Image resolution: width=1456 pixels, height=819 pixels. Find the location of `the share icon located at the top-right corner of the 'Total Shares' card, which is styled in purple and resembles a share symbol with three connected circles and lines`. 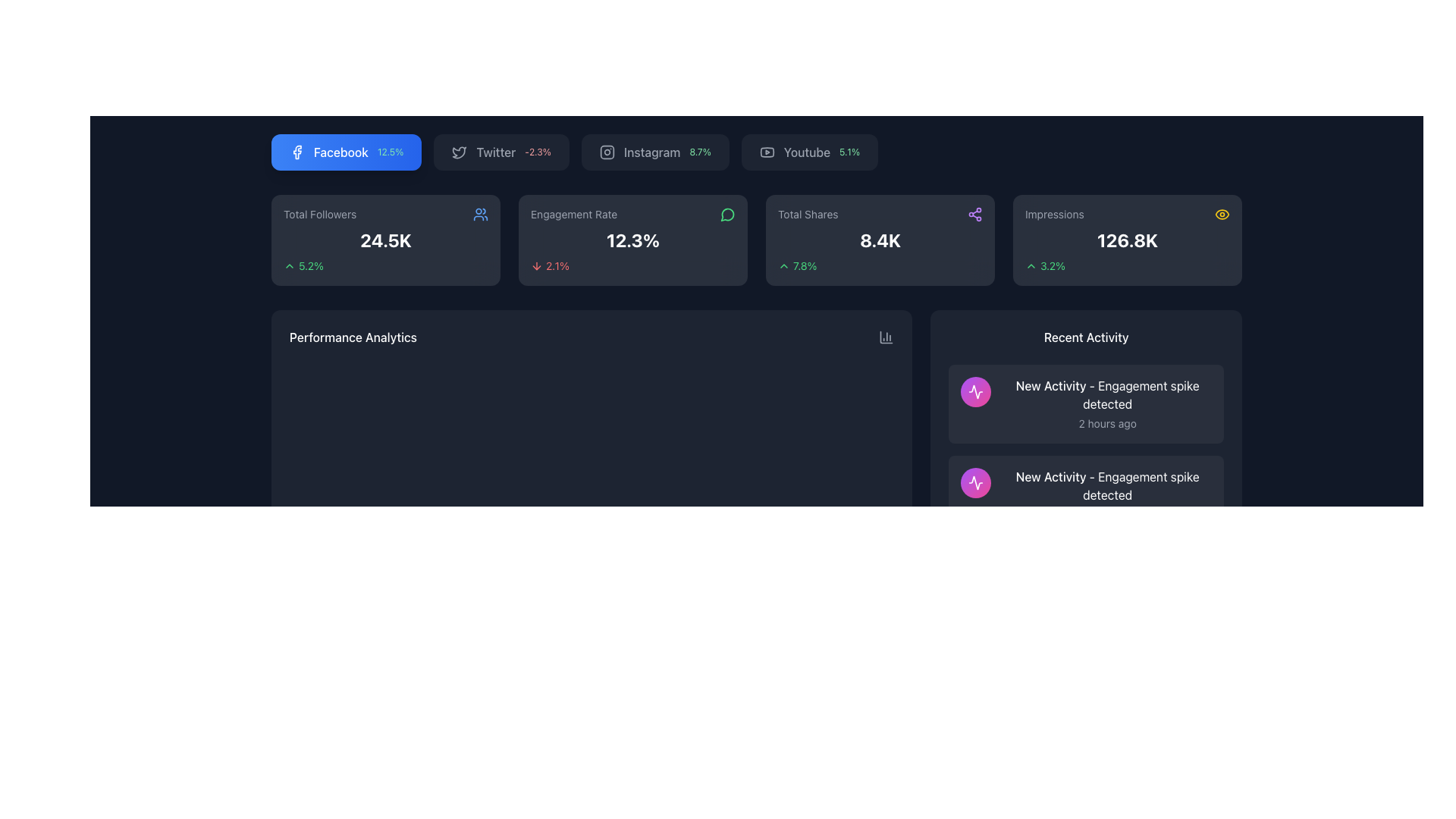

the share icon located at the top-right corner of the 'Total Shares' card, which is styled in purple and resembles a share symbol with three connected circles and lines is located at coordinates (975, 214).